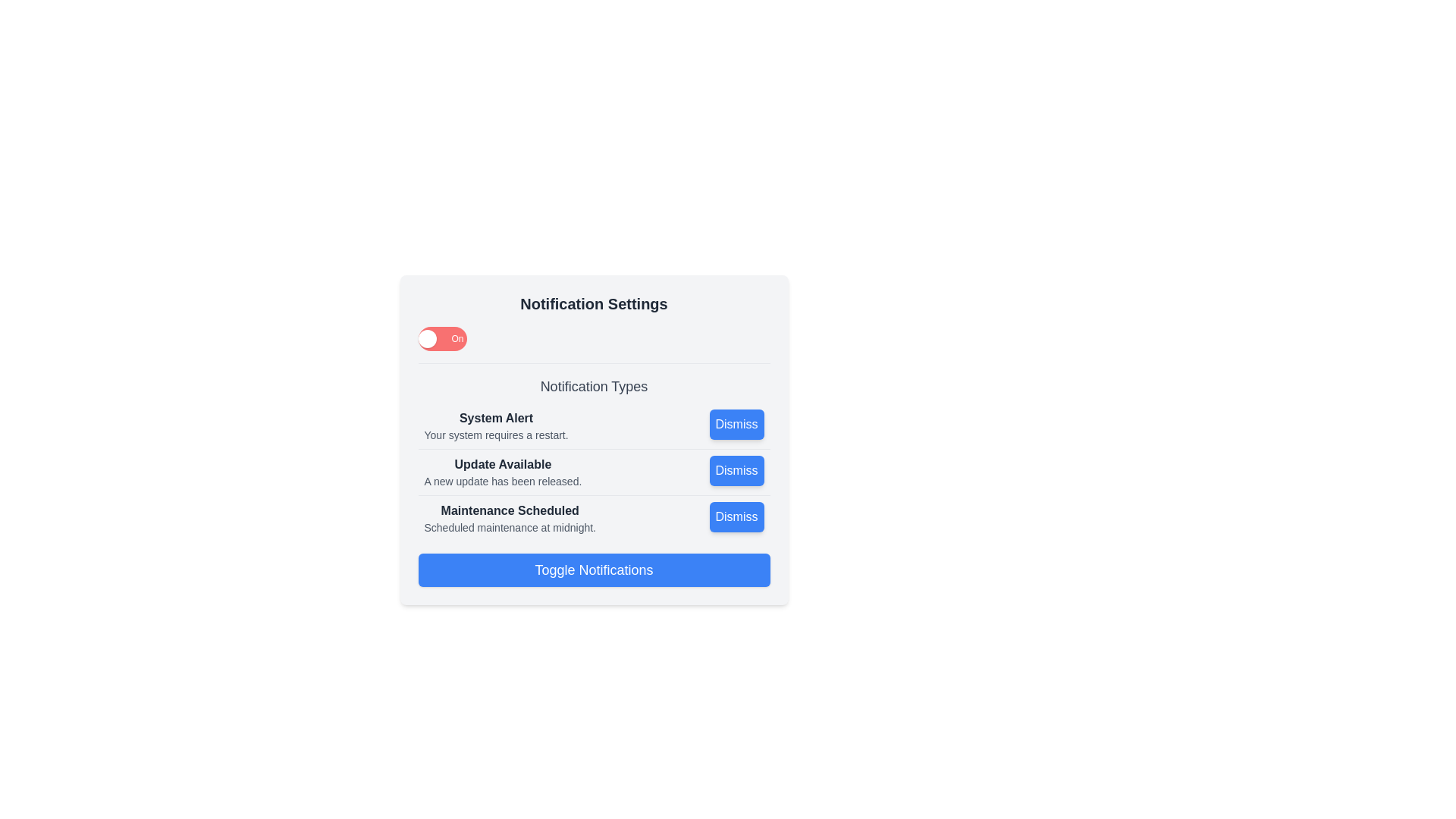 This screenshot has width=1456, height=819. I want to click on the third notification card in the 'Notification Types' section that informs about scheduled maintenance, positioned below the 'Update Available' notification card, so click(593, 517).